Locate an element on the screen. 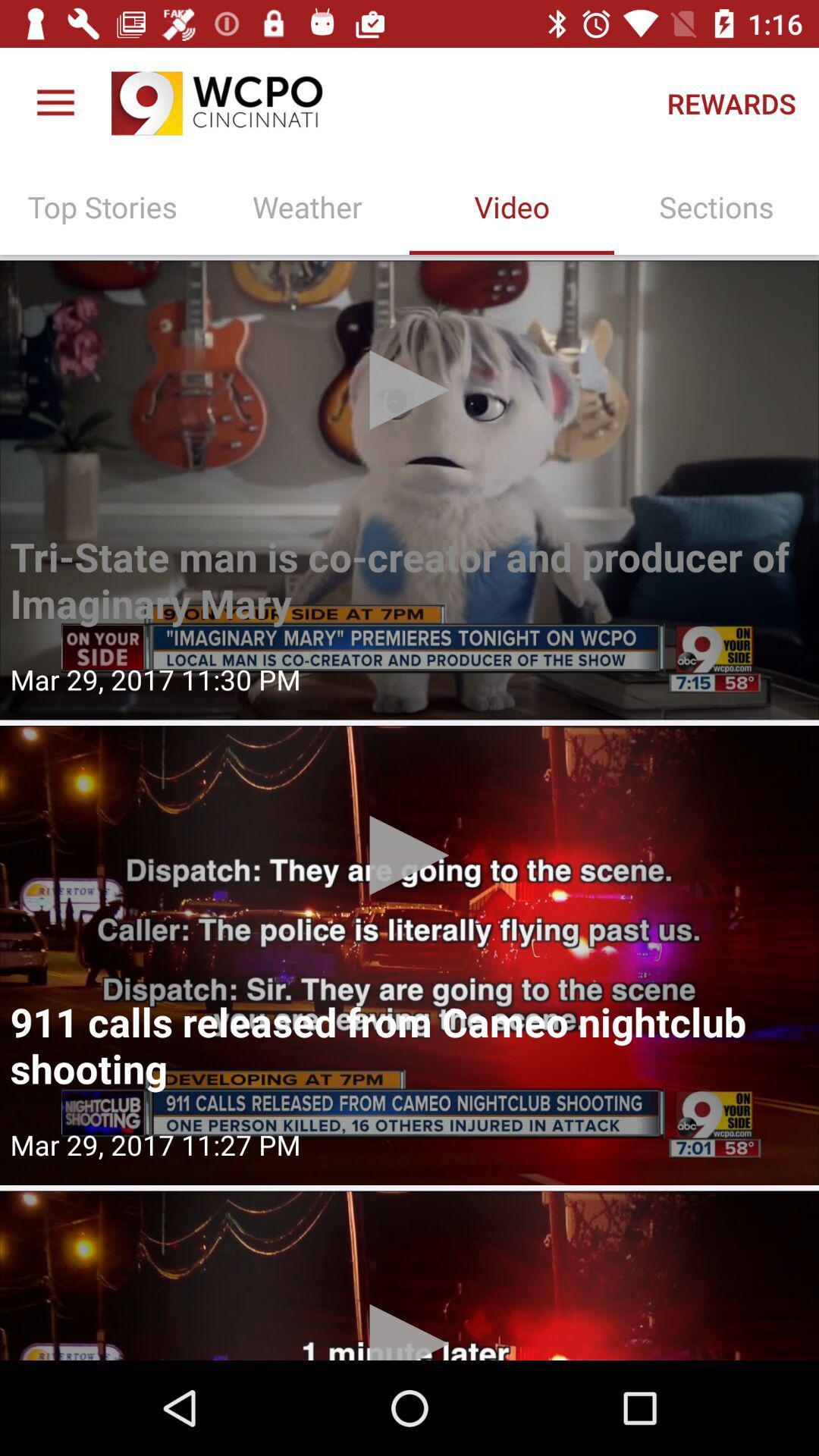 The height and width of the screenshot is (1456, 819). the rewards icon is located at coordinates (730, 102).